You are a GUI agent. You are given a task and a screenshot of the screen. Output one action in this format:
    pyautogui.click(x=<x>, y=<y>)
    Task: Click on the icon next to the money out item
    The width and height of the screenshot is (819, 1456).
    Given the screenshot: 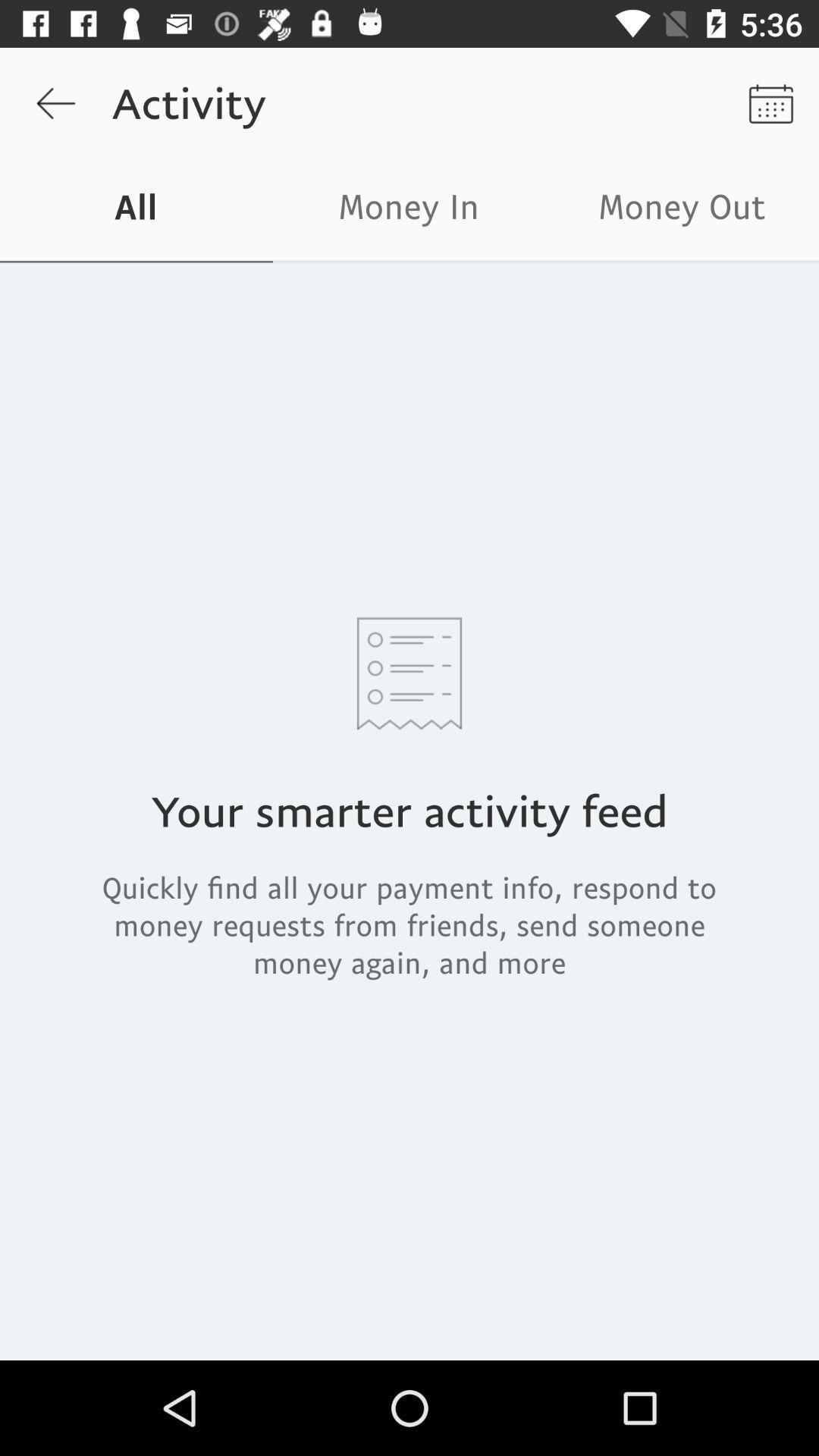 What is the action you would take?
    pyautogui.click(x=409, y=210)
    